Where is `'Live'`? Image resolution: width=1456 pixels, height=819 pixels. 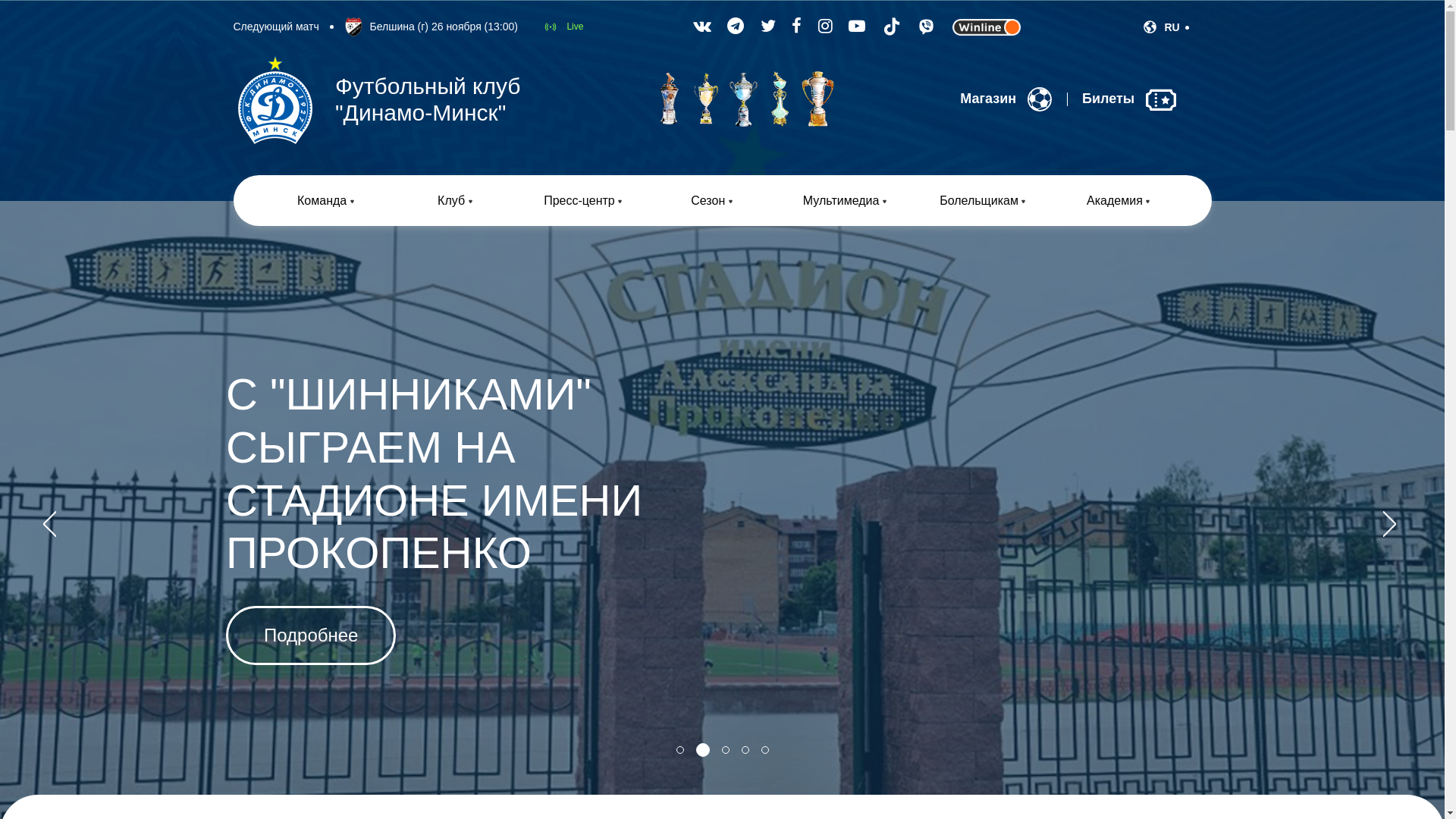
'Live' is located at coordinates (563, 27).